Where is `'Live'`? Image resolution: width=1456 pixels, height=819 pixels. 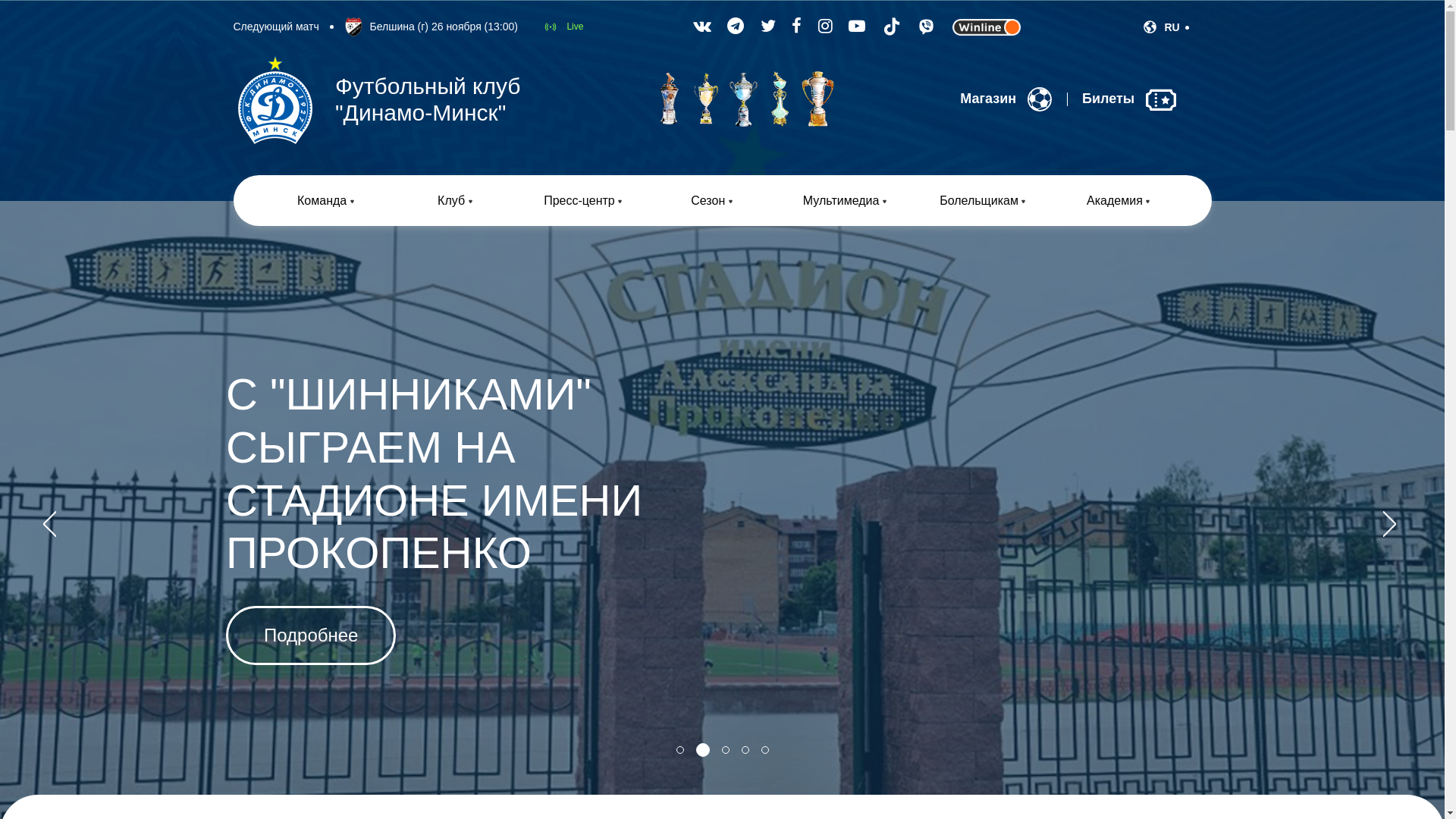
'Live' is located at coordinates (563, 27).